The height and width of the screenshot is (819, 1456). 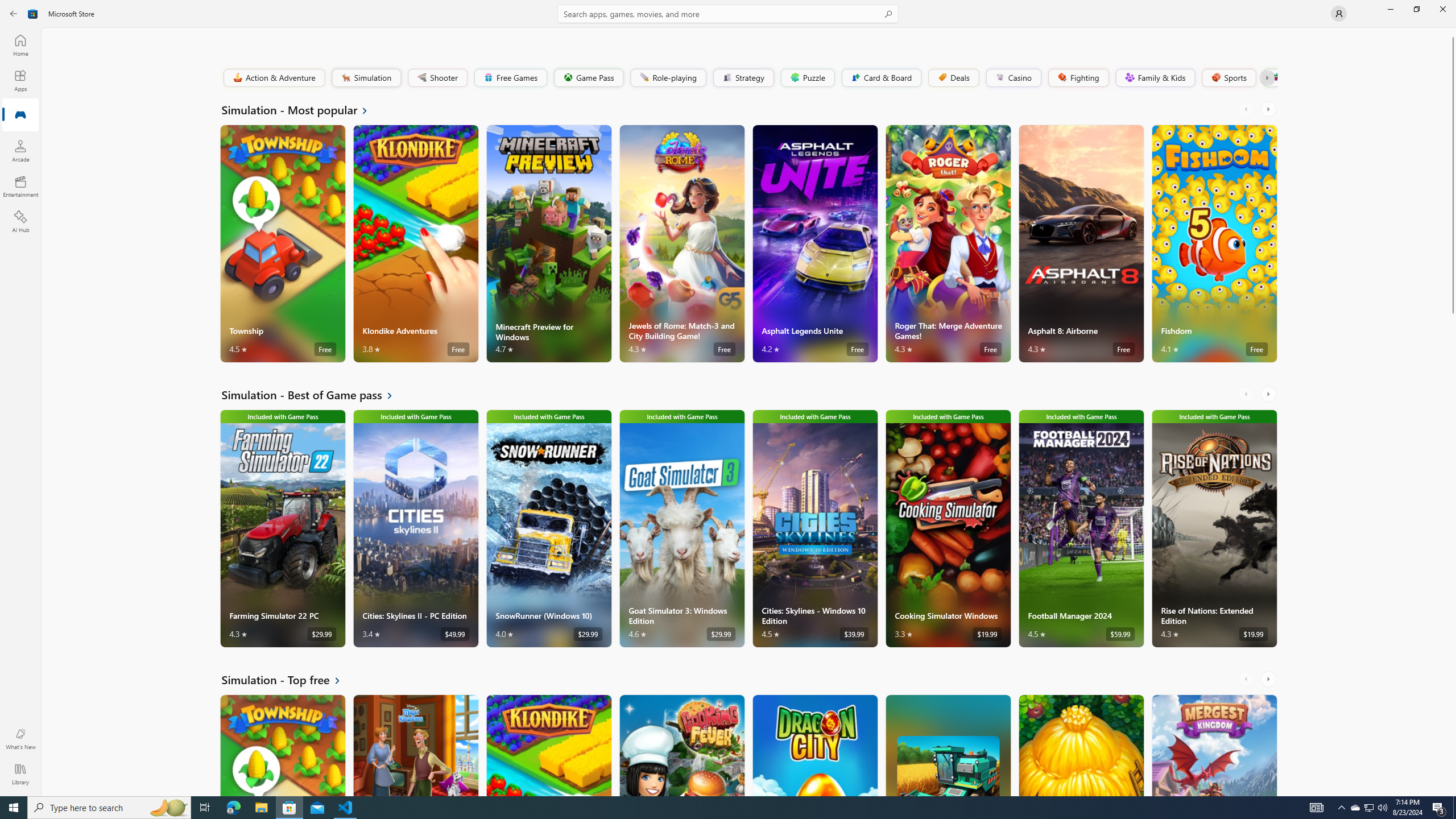 I want to click on 'Free Games', so click(x=510, y=77).